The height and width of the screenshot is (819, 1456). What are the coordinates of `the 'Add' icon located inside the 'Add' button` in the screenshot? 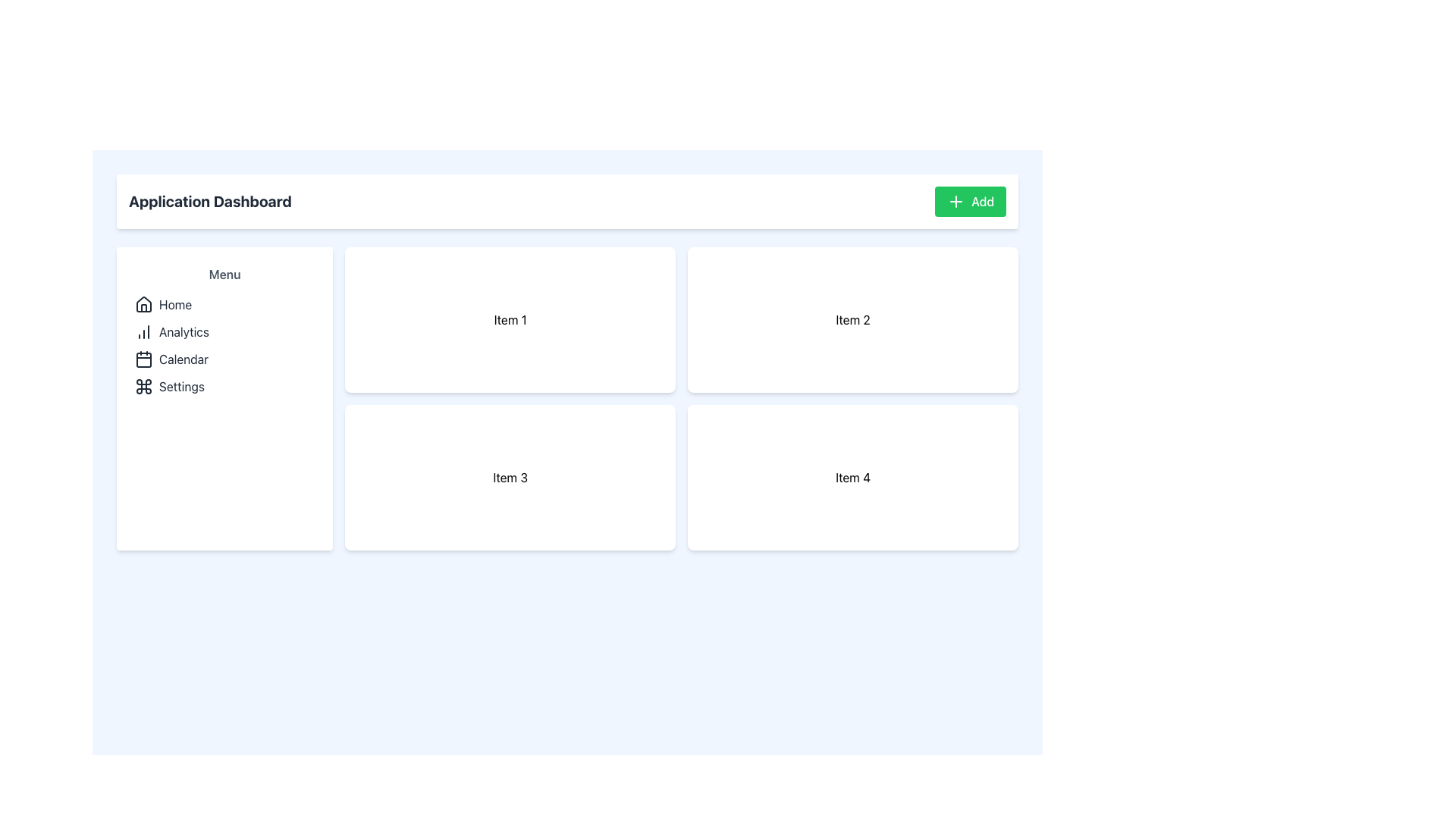 It's located at (955, 201).